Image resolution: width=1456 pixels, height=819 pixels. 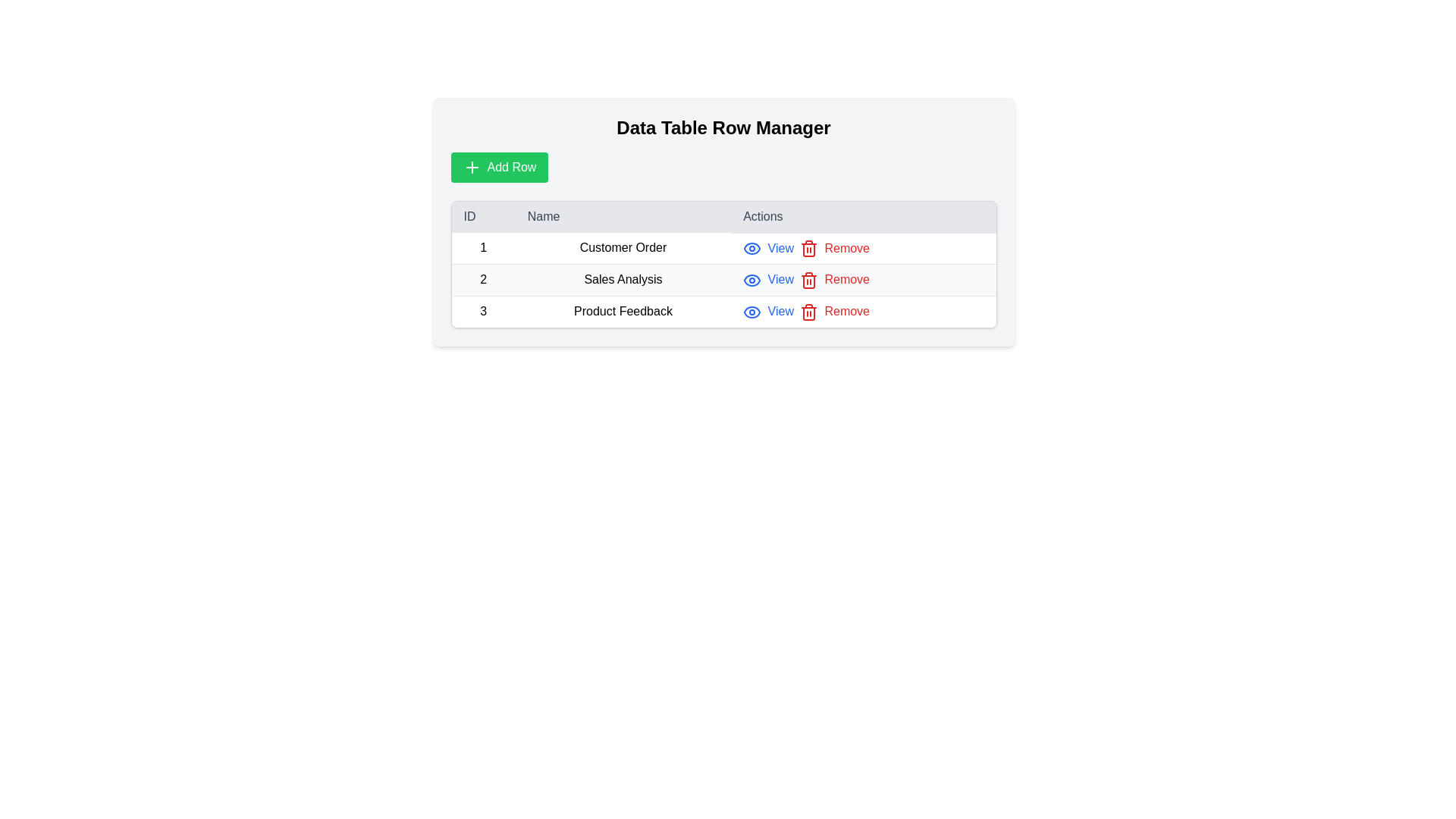 What do you see at coordinates (723, 280) in the screenshot?
I see `the second row in the data table, which displays information labeled under ID '2', located between rows with IDs '1' and '3'` at bounding box center [723, 280].